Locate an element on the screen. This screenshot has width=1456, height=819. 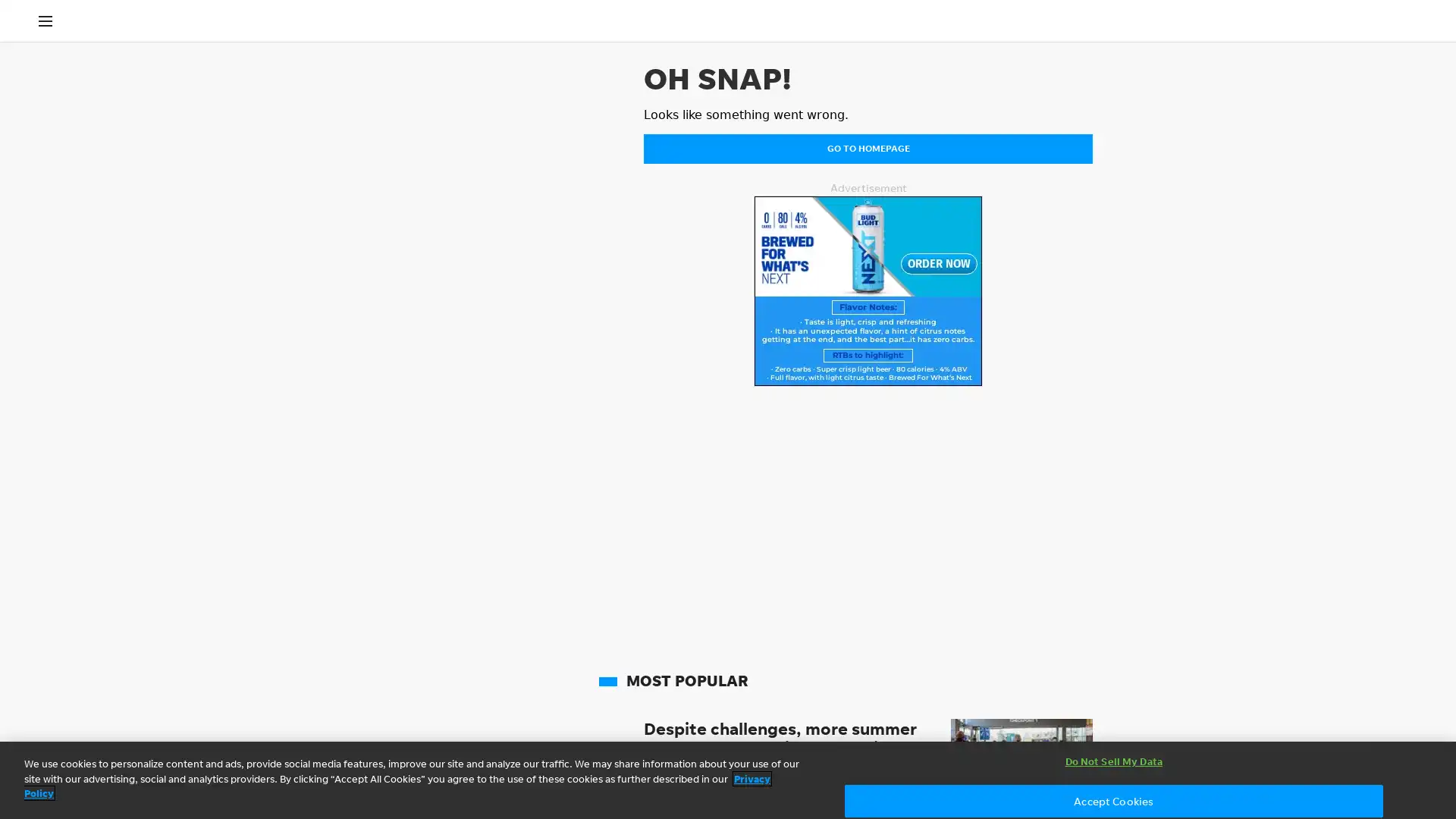
Accept Cookies is located at coordinates (1113, 800).